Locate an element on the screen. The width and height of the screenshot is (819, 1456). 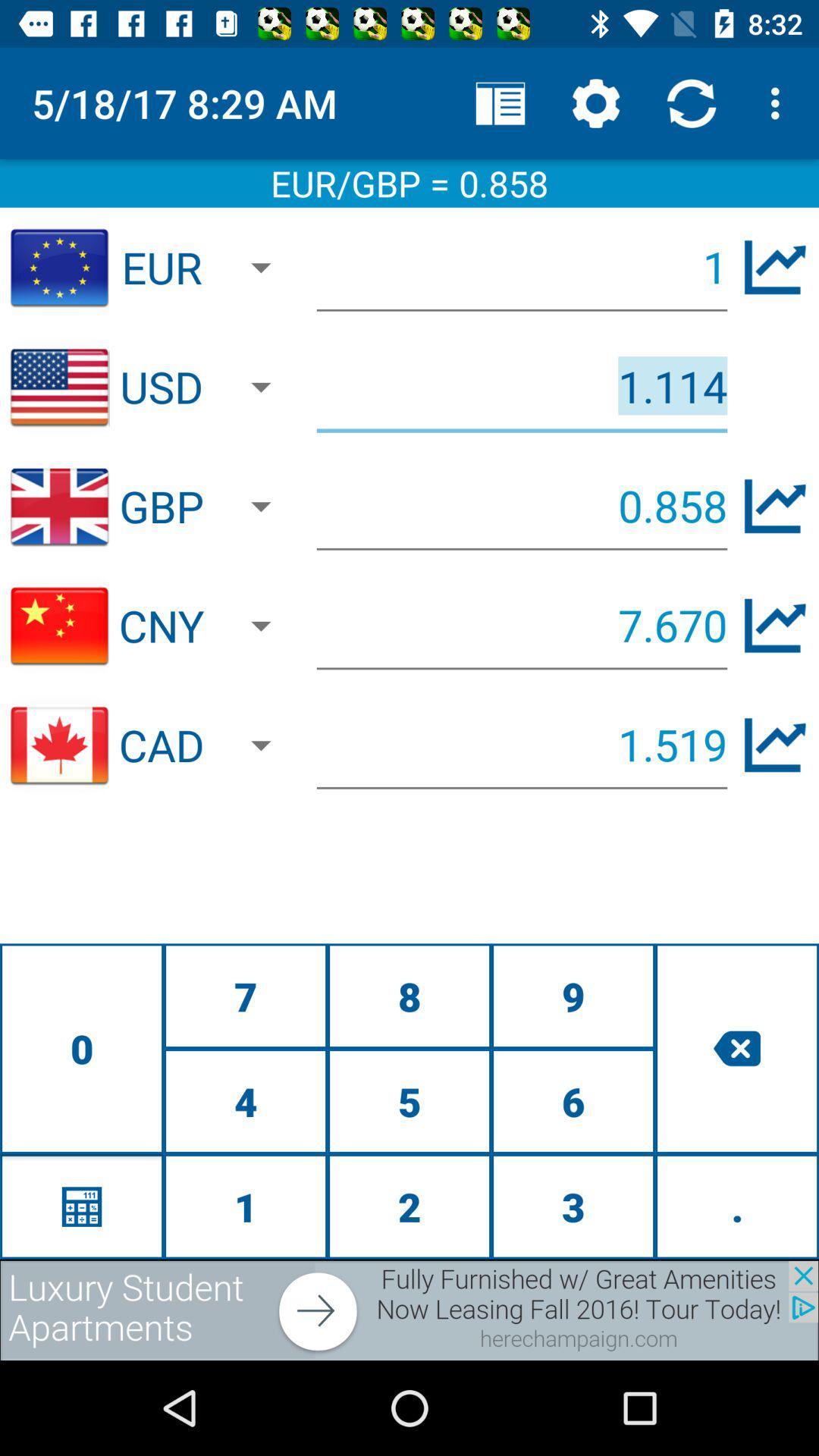
backspace option is located at coordinates (736, 1047).